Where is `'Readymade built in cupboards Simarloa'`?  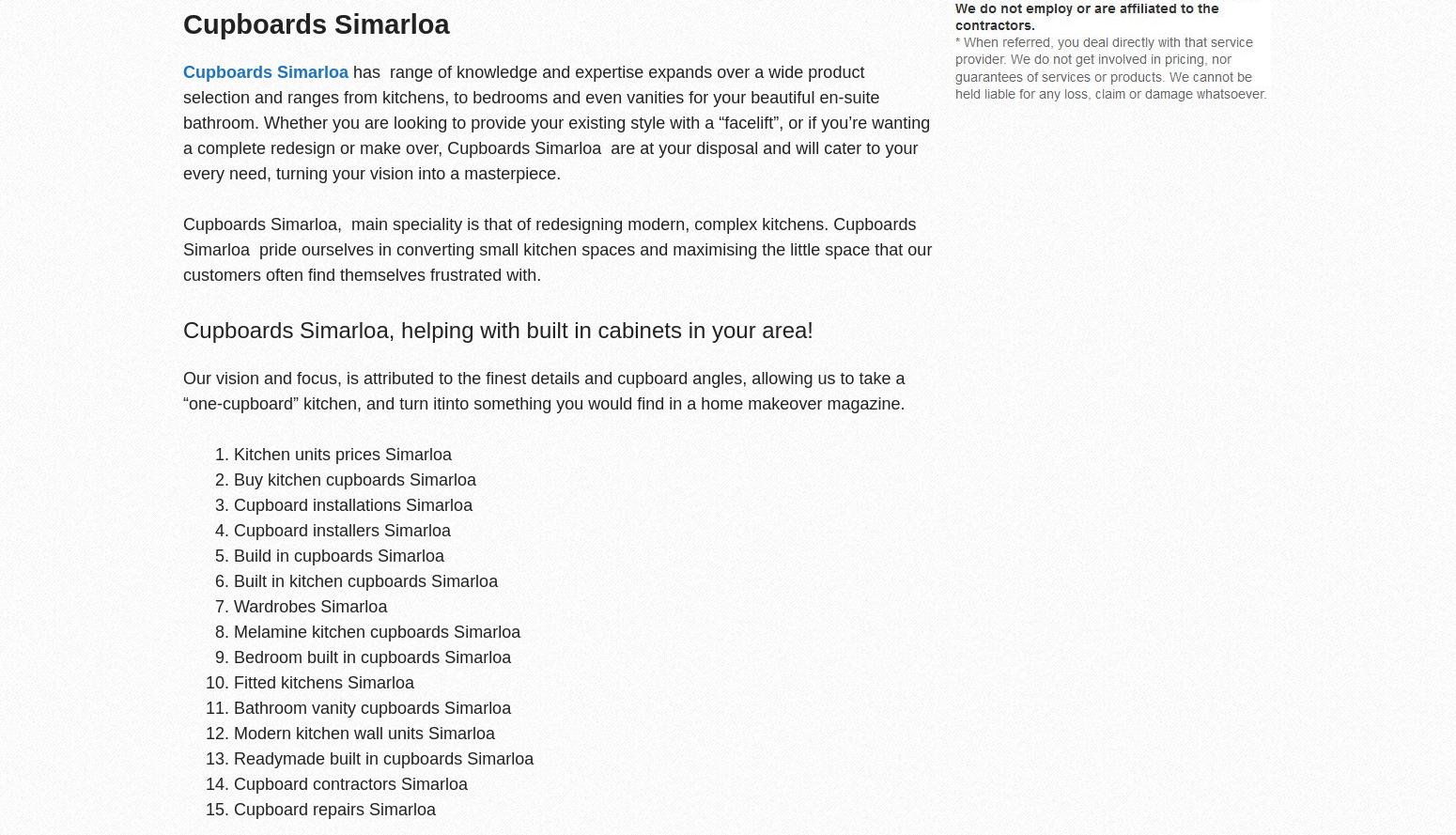 'Readymade built in cupboards Simarloa' is located at coordinates (383, 758).